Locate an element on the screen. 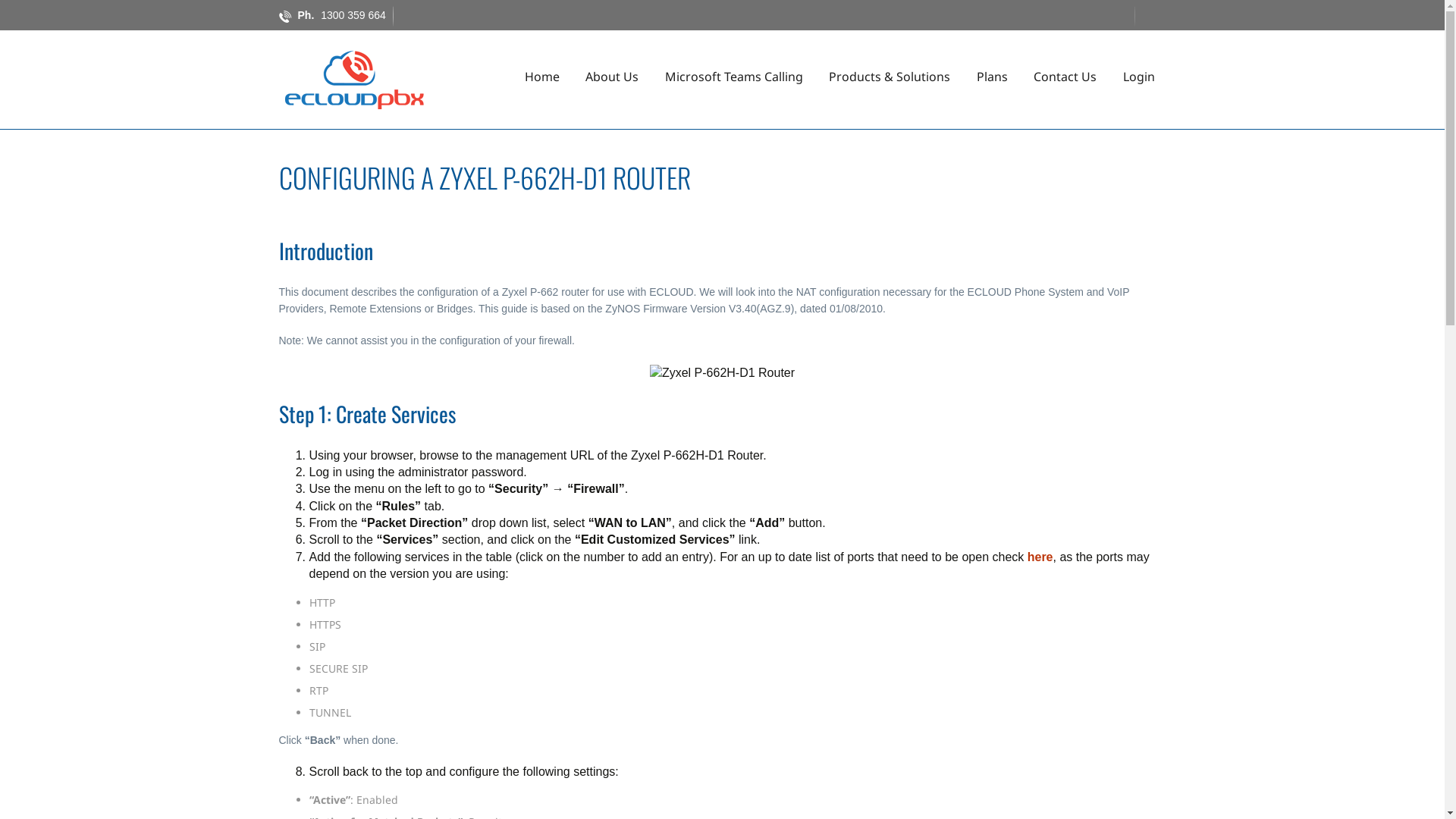  'Microsoft Teams Calling' is located at coordinates (734, 76).